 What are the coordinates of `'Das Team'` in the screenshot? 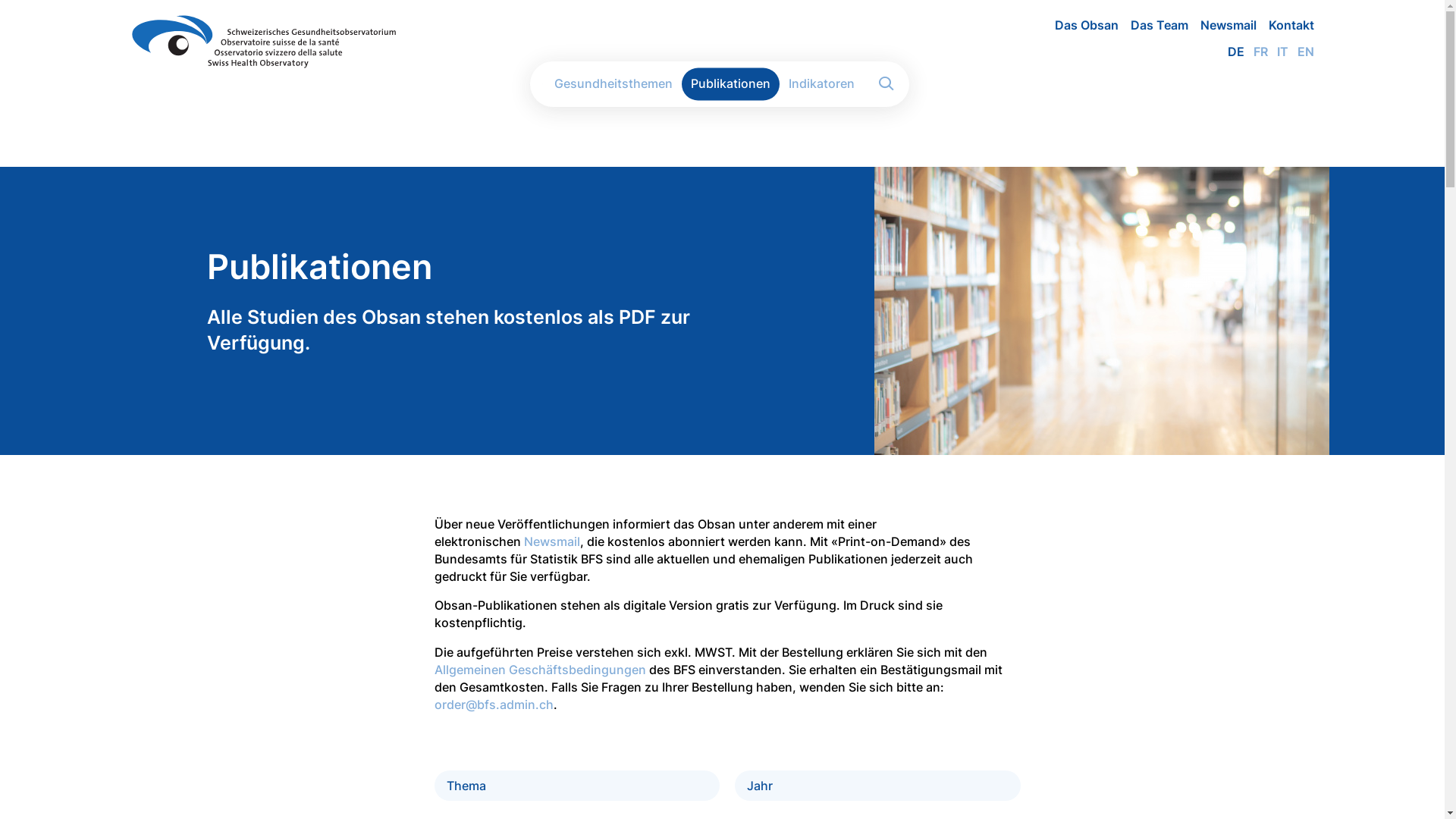 It's located at (1153, 25).